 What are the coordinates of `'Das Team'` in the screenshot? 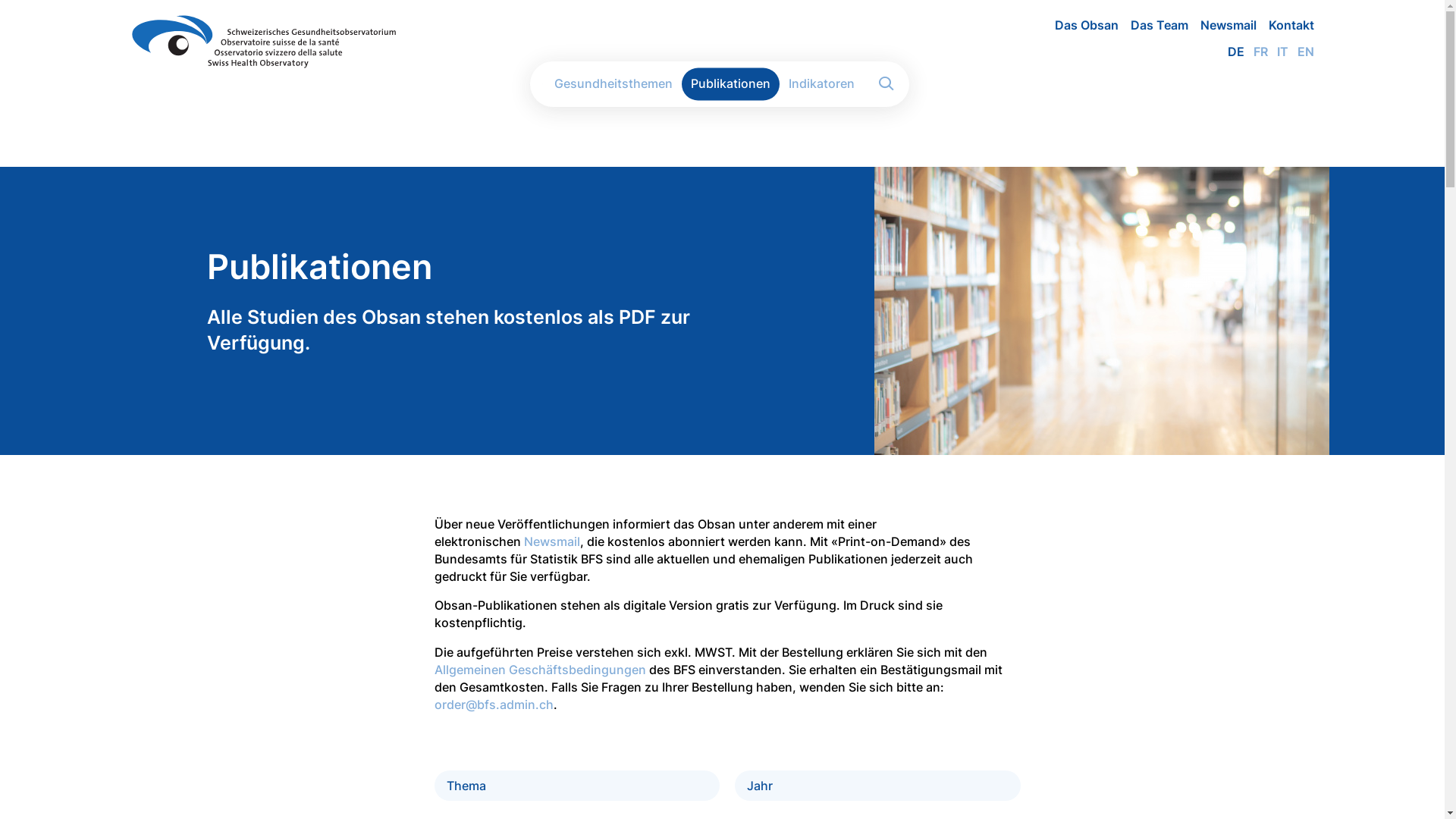 It's located at (1153, 25).